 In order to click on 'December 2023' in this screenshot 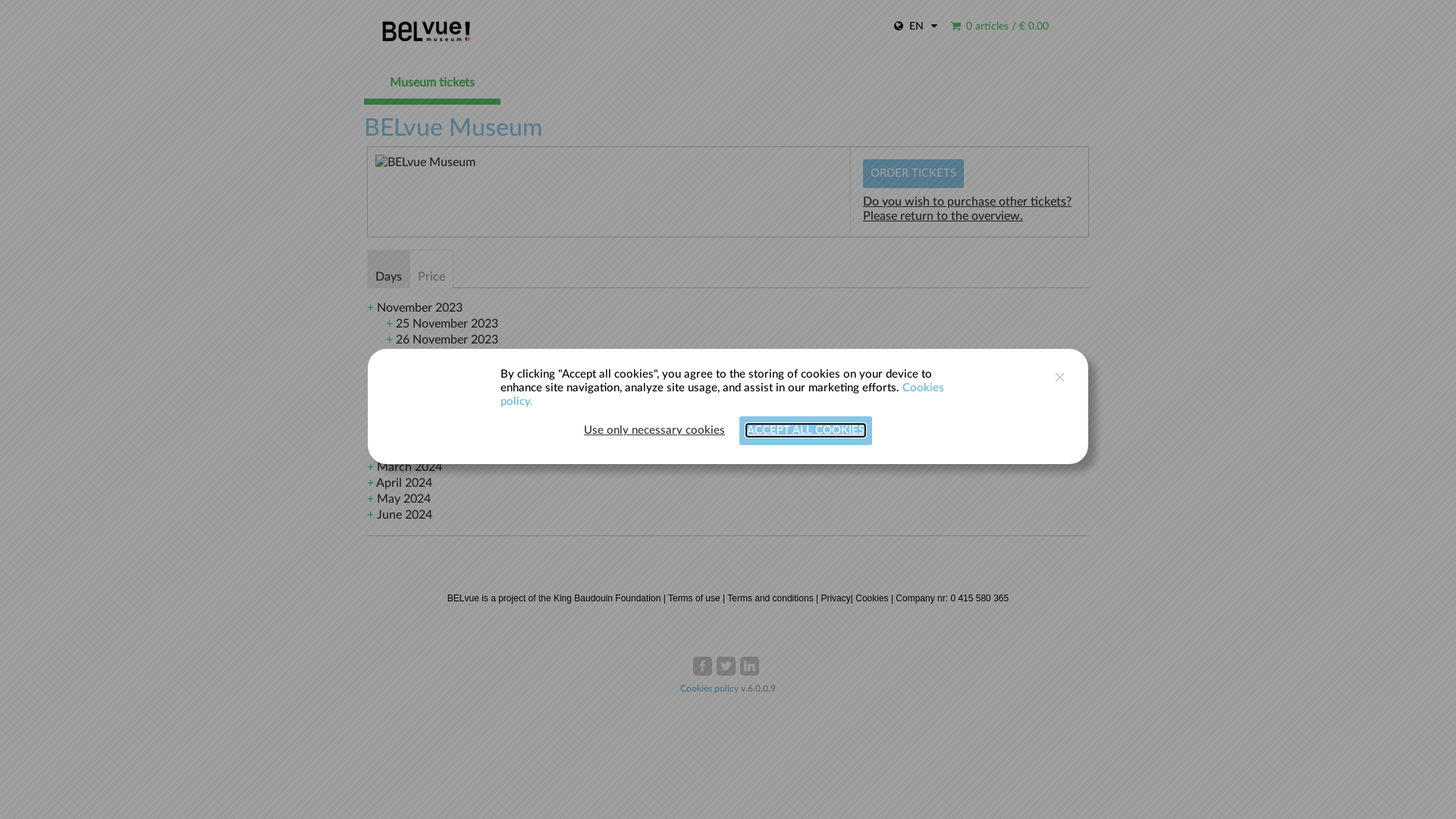, I will do `click(419, 419)`.